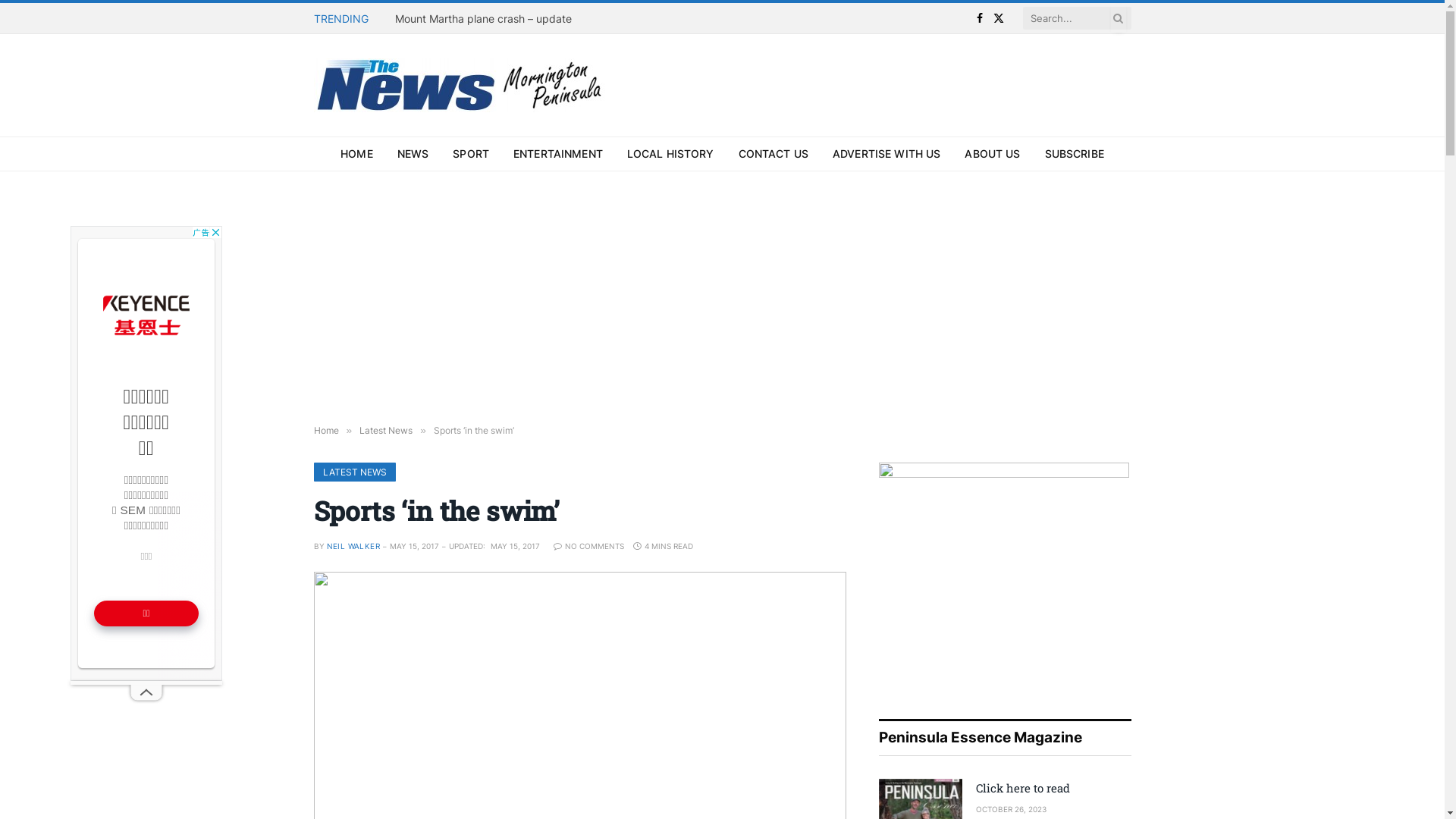 This screenshot has width=1456, height=819. Describe the element at coordinates (312, 471) in the screenshot. I see `'LATEST NEWS'` at that location.